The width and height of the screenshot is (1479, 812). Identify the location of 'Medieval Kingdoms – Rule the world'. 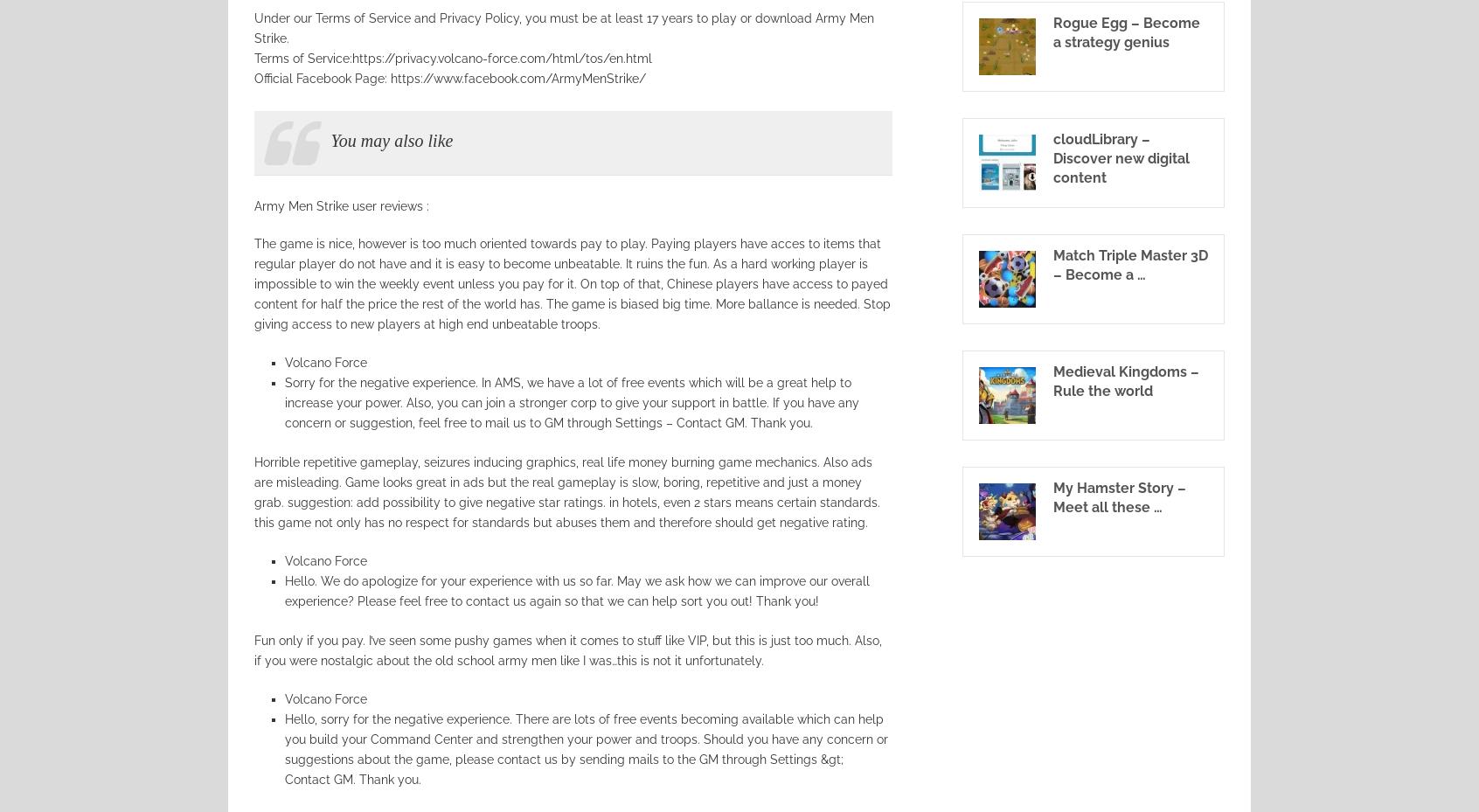
(1125, 380).